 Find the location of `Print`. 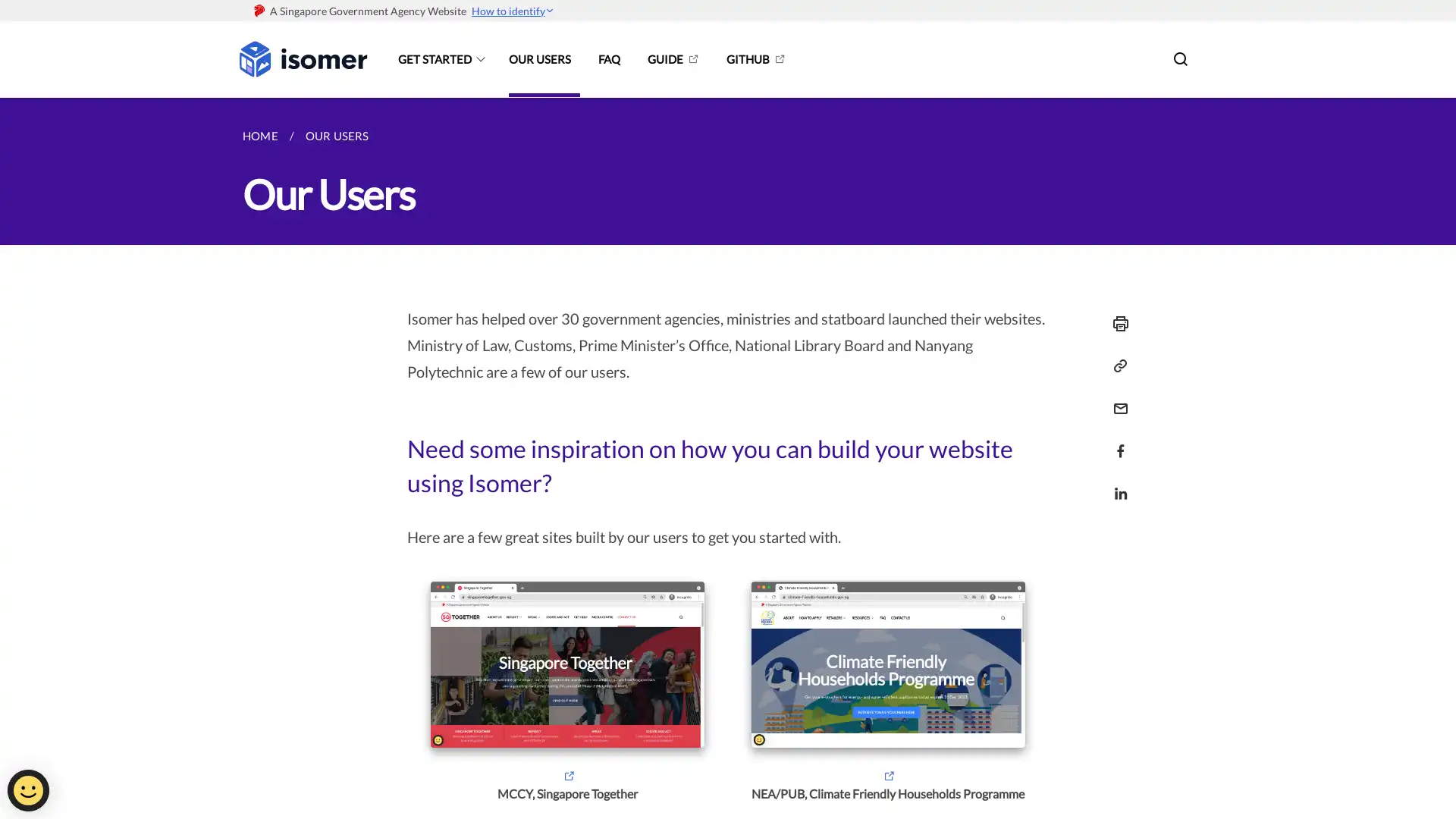

Print is located at coordinates (1116, 323).